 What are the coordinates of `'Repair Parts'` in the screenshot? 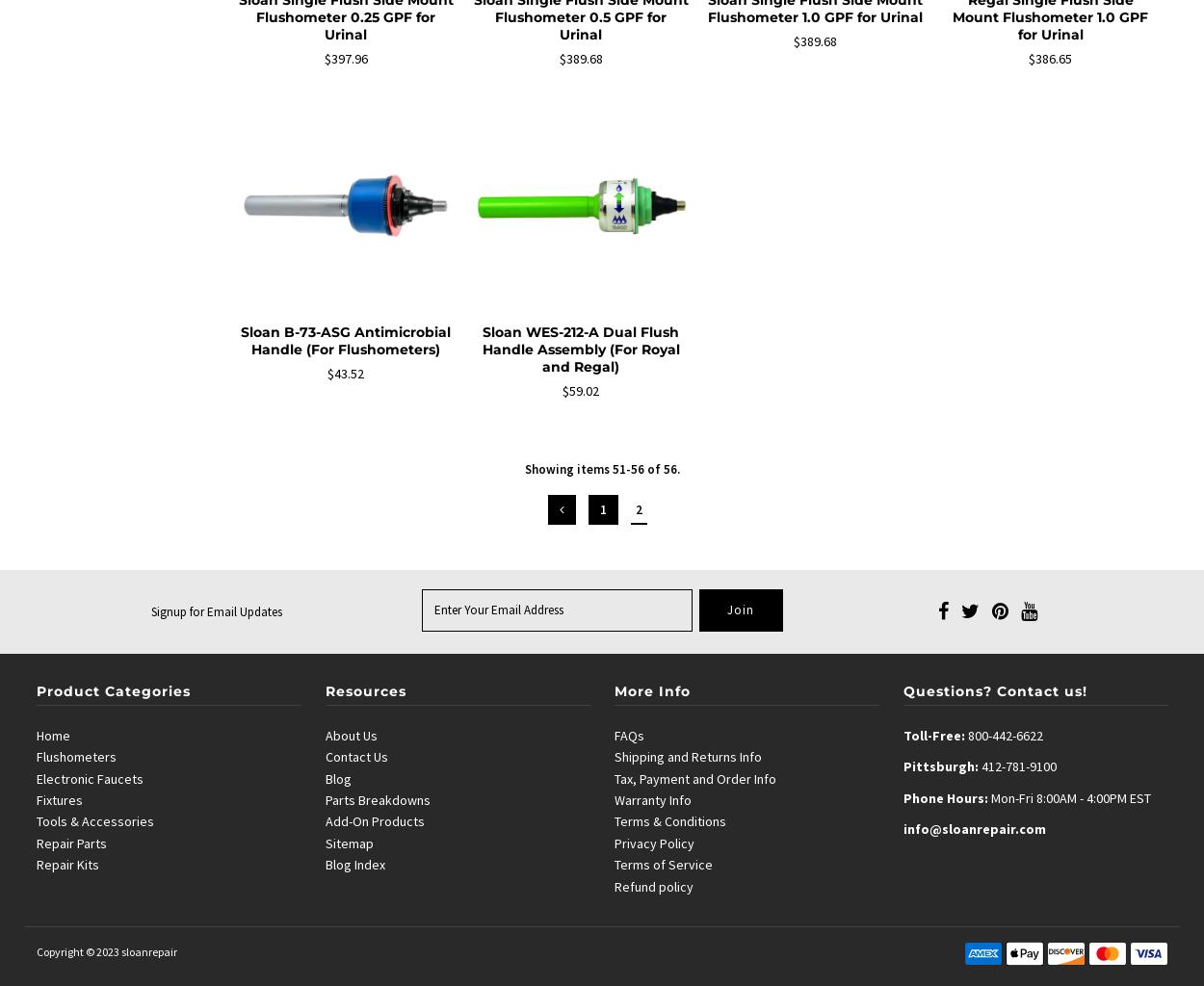 It's located at (69, 843).